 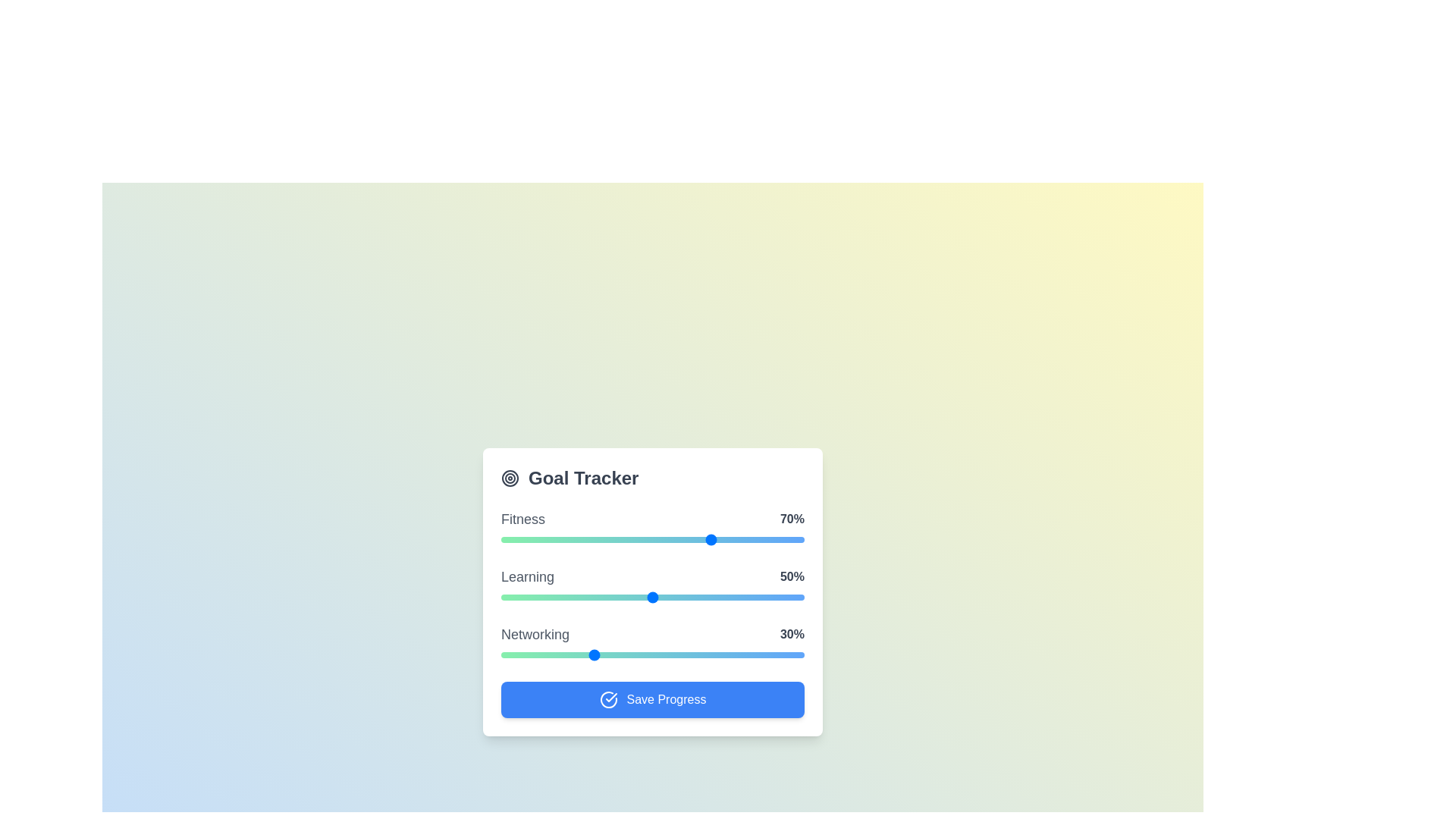 I want to click on the 'Save Progress' button to save the current goal status, so click(x=652, y=699).